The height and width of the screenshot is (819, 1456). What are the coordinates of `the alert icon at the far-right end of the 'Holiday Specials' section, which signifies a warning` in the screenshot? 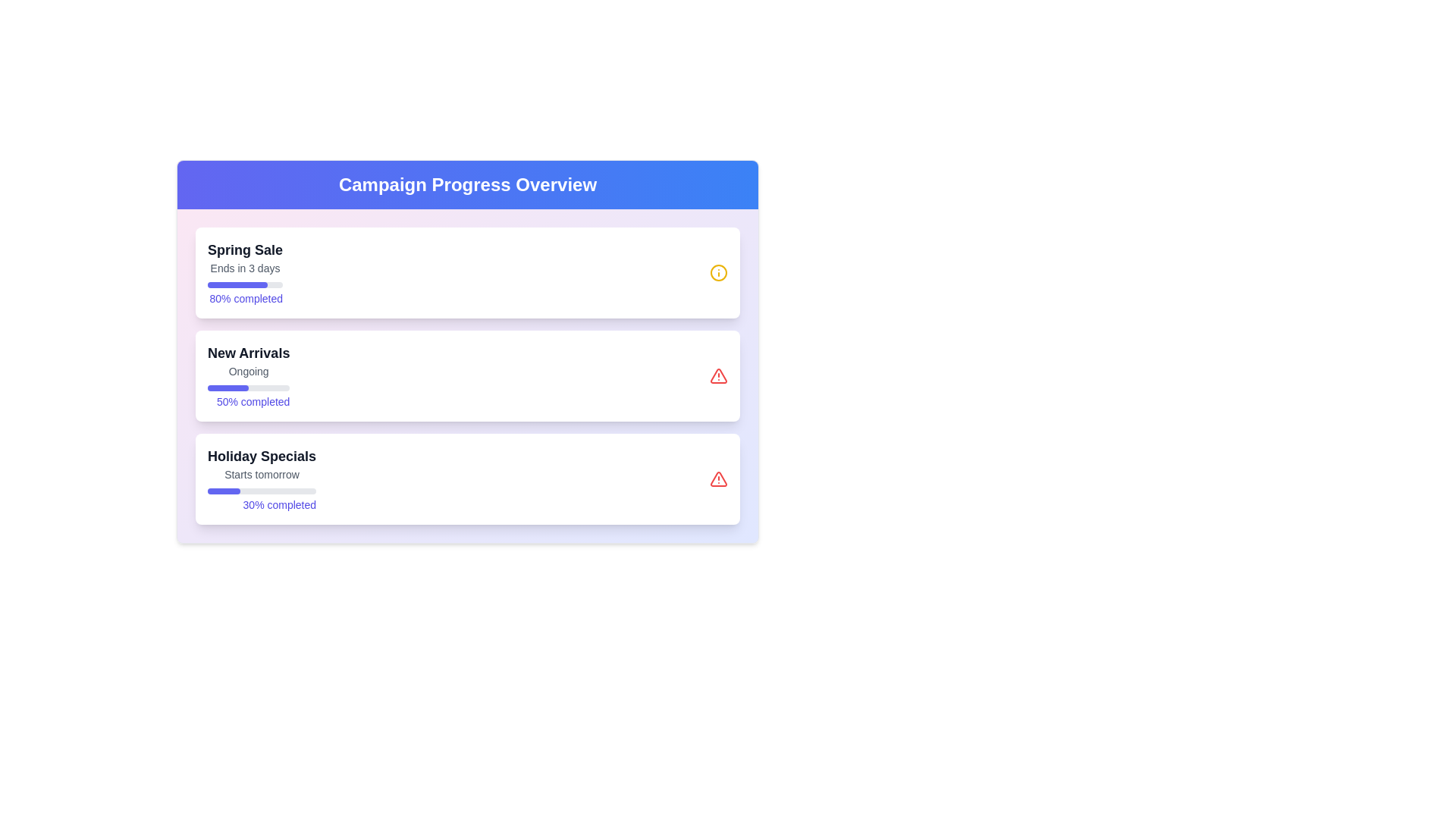 It's located at (718, 479).